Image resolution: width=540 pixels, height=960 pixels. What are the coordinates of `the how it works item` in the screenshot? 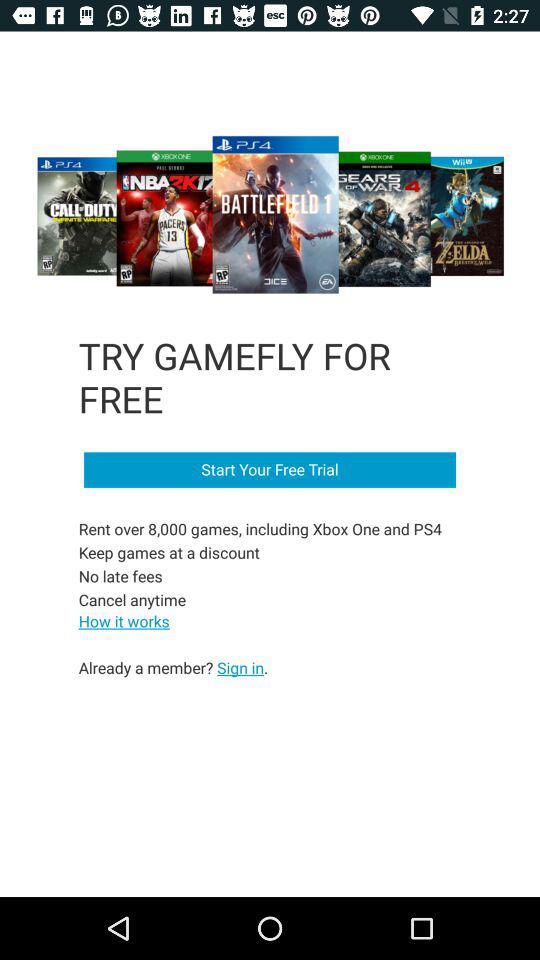 It's located at (124, 620).